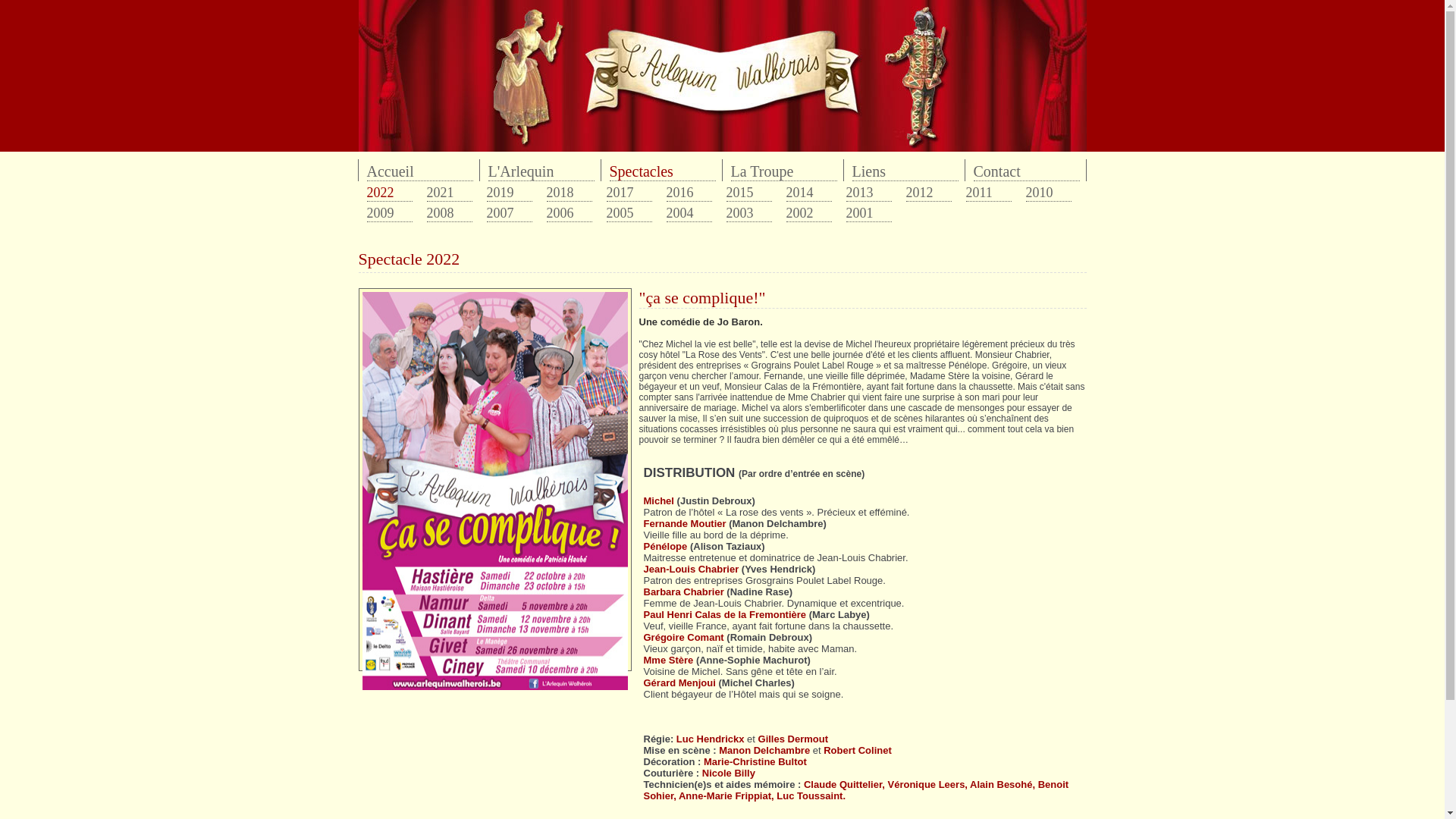 The height and width of the screenshot is (819, 1456). Describe the element at coordinates (783, 171) in the screenshot. I see `'La Troupe'` at that location.